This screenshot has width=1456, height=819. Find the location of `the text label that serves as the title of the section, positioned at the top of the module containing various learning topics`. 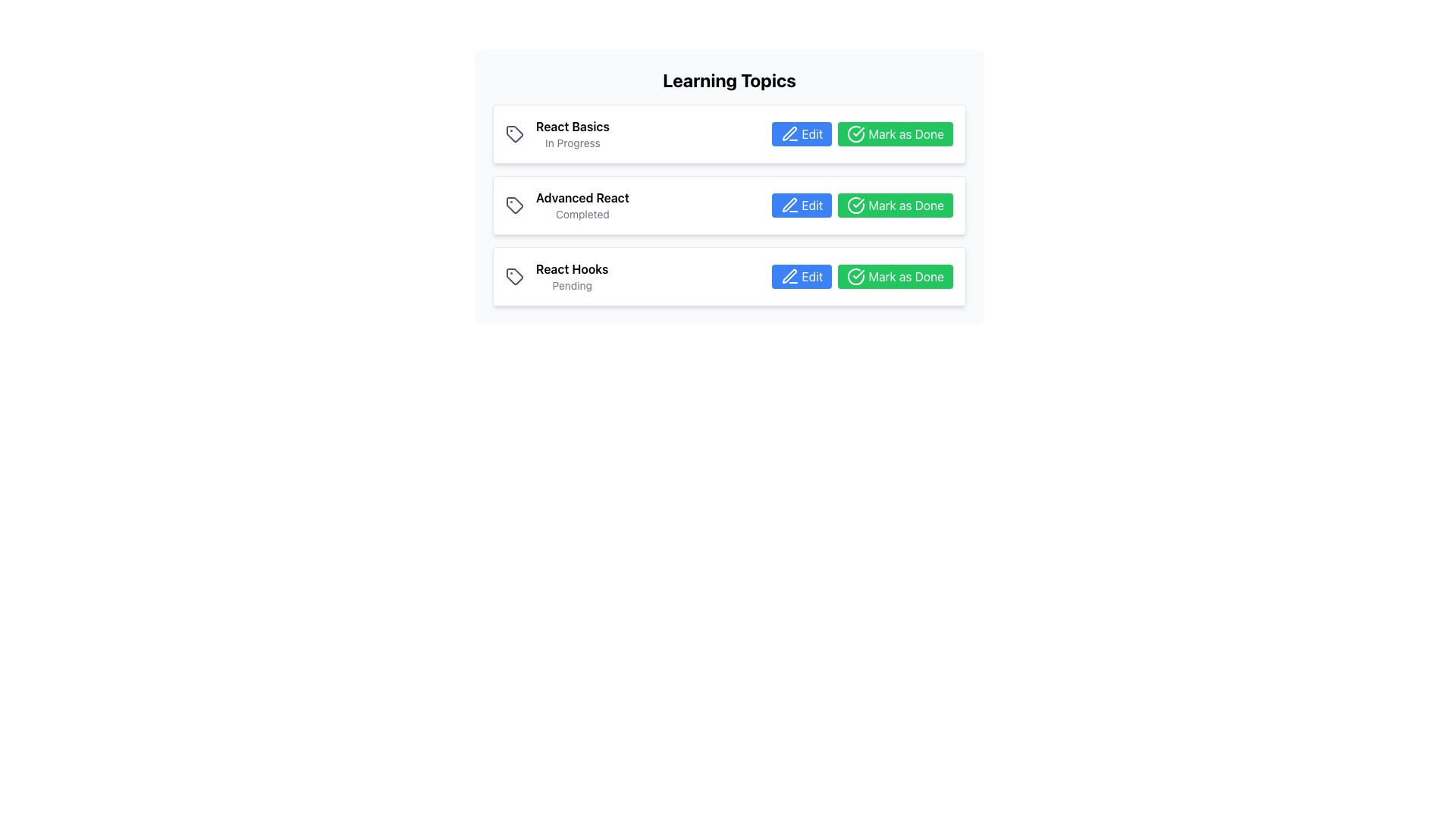

the text label that serves as the title of the section, positioned at the top of the module containing various learning topics is located at coordinates (729, 80).